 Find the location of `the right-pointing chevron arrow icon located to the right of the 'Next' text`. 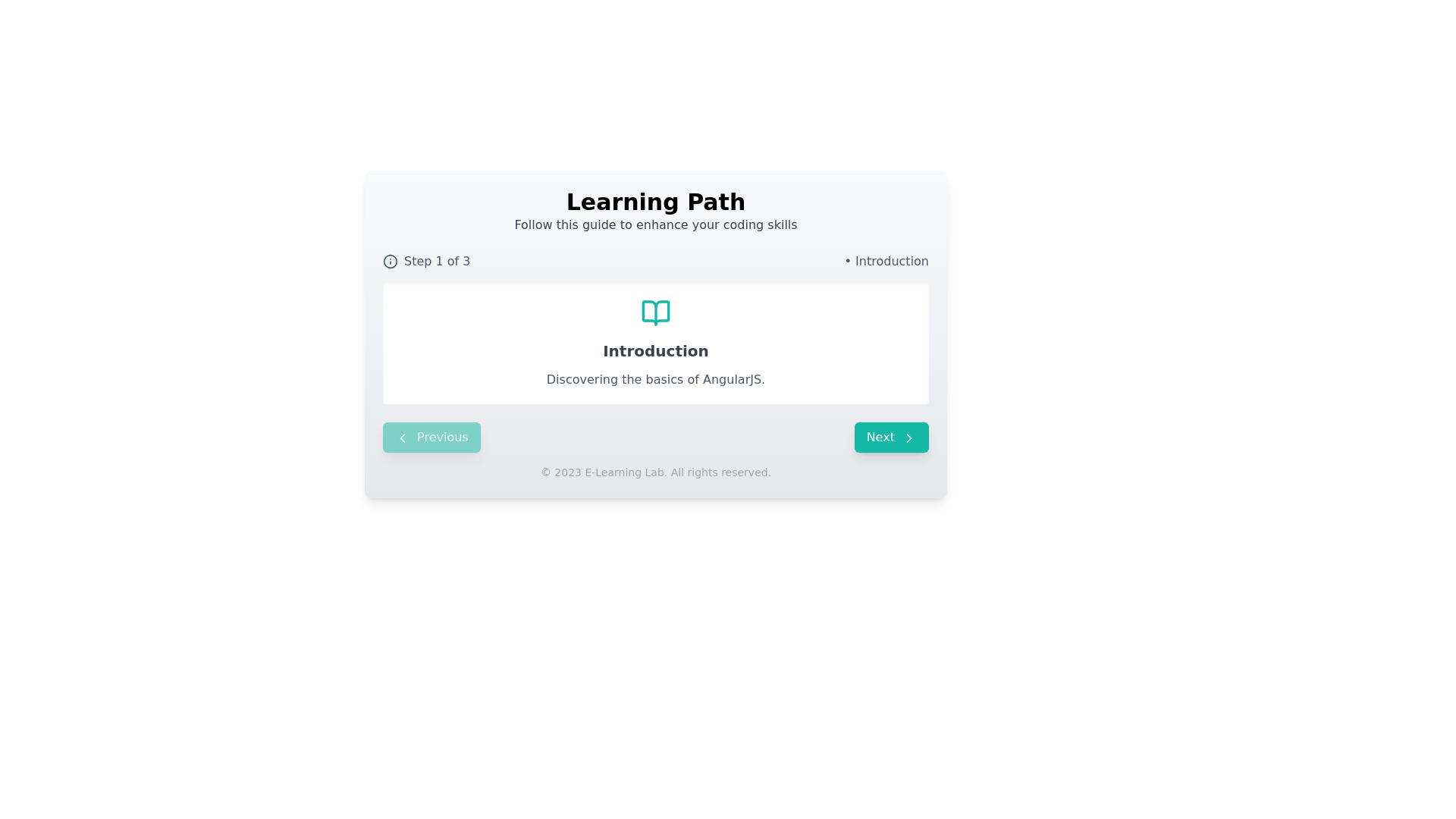

the right-pointing chevron arrow icon located to the right of the 'Next' text is located at coordinates (909, 438).